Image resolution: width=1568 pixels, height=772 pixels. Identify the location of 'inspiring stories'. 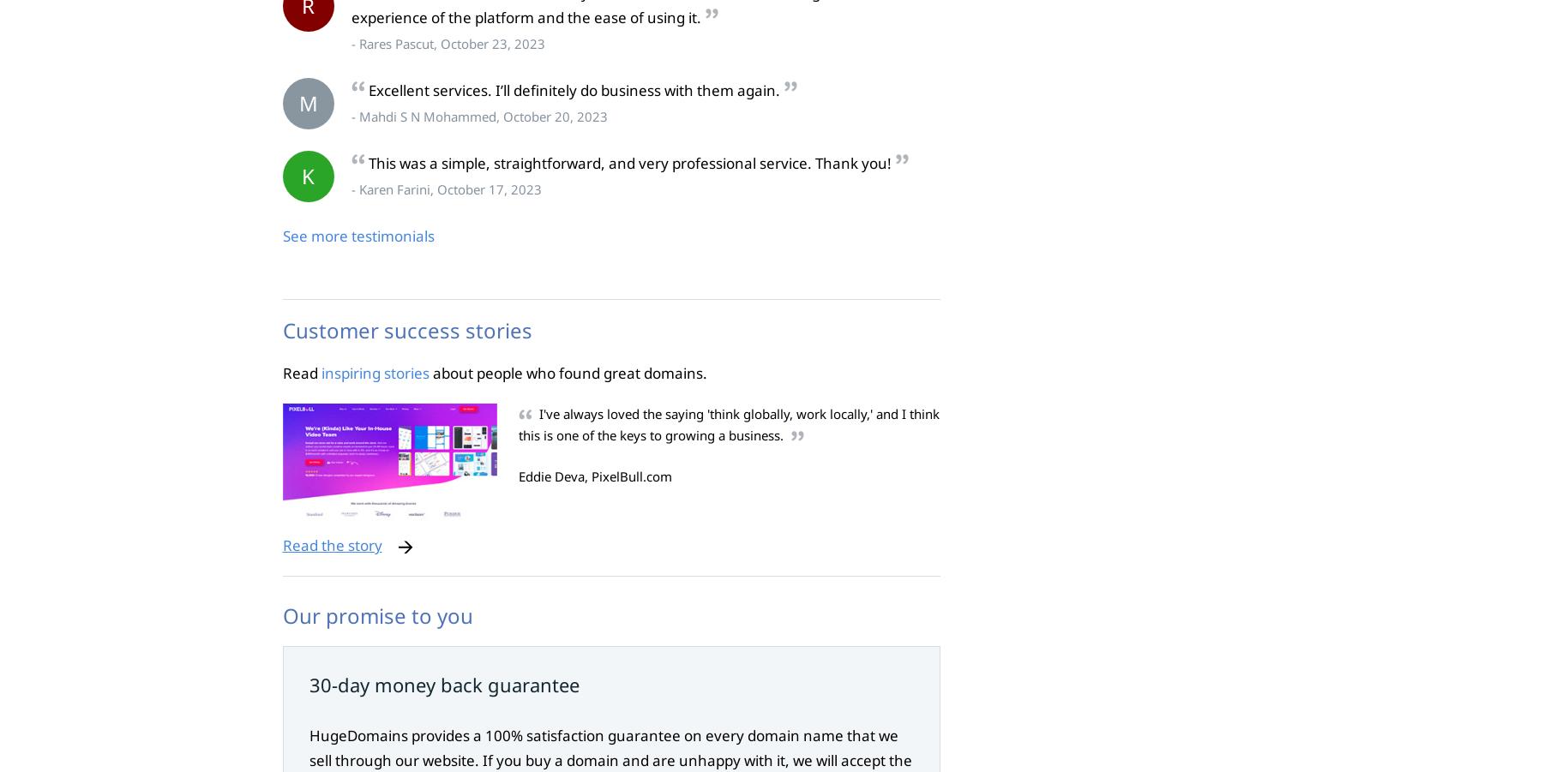
(373, 372).